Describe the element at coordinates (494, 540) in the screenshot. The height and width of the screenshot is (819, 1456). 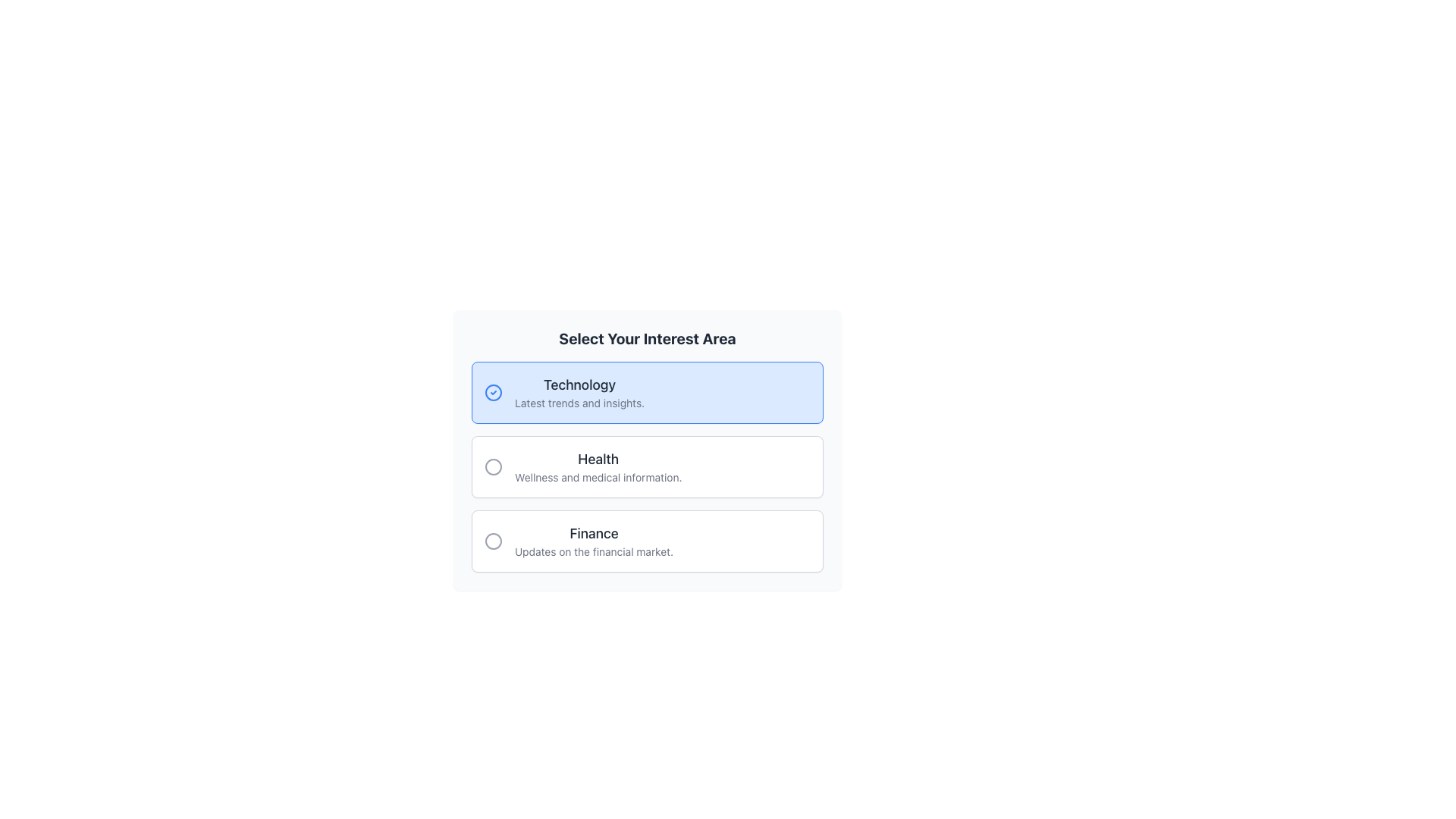
I see `the unselected radio button for the 'Finance' option` at that location.